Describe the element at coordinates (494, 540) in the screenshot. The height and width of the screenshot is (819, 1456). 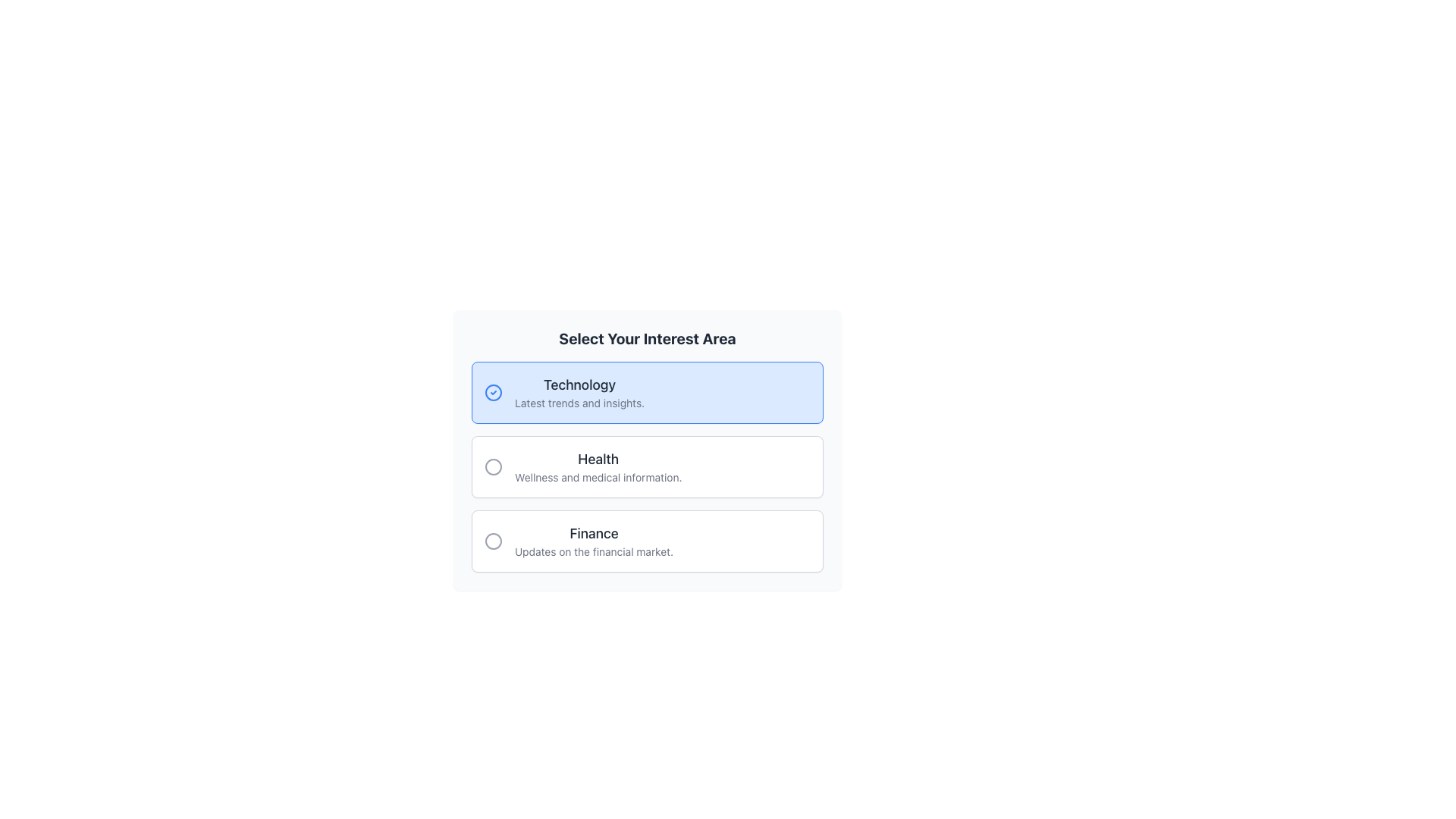
I see `the unselected radio button for the 'Finance' option` at that location.